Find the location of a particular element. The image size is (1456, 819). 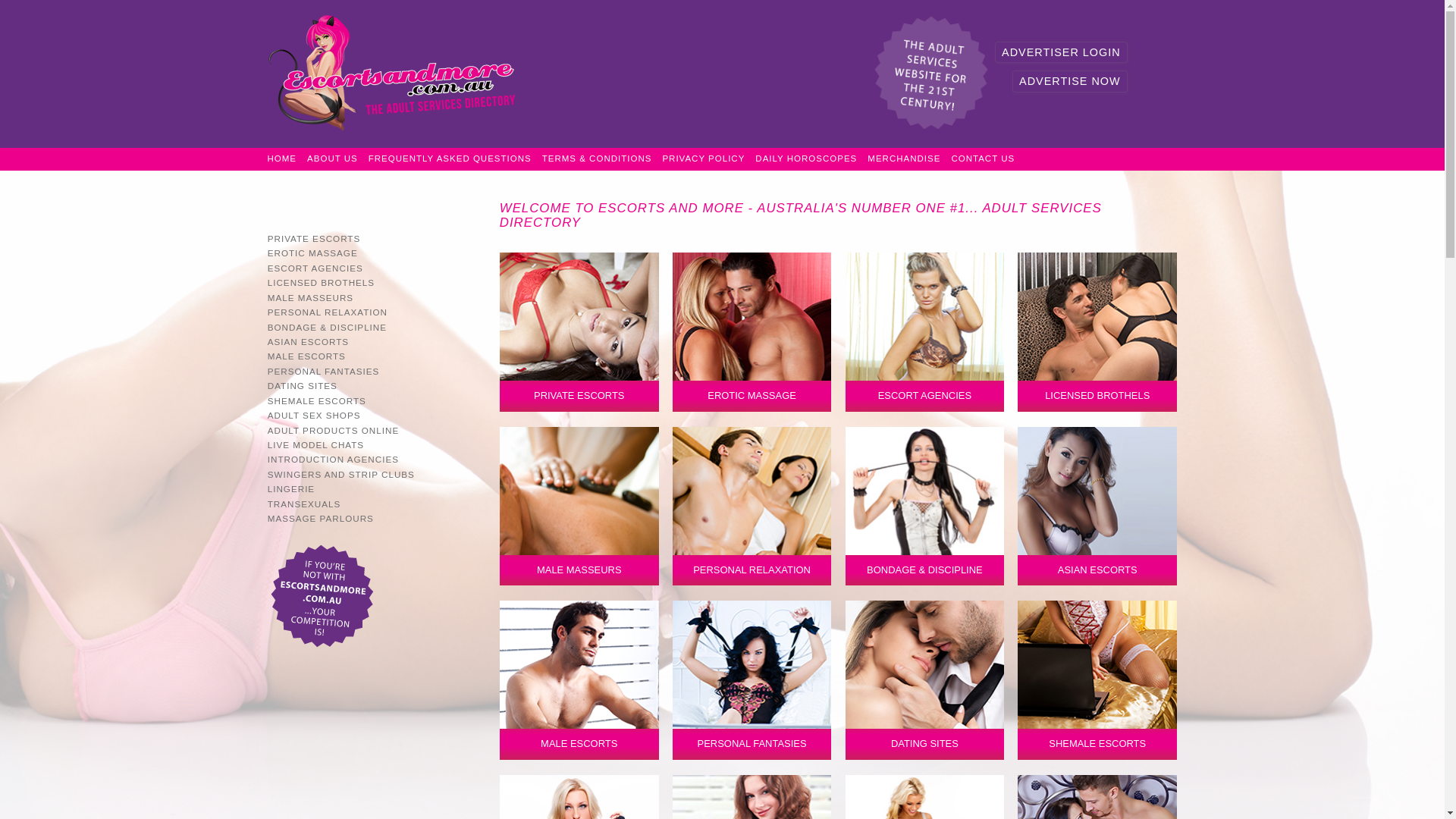

'Male Masseurs' is located at coordinates (578, 506).